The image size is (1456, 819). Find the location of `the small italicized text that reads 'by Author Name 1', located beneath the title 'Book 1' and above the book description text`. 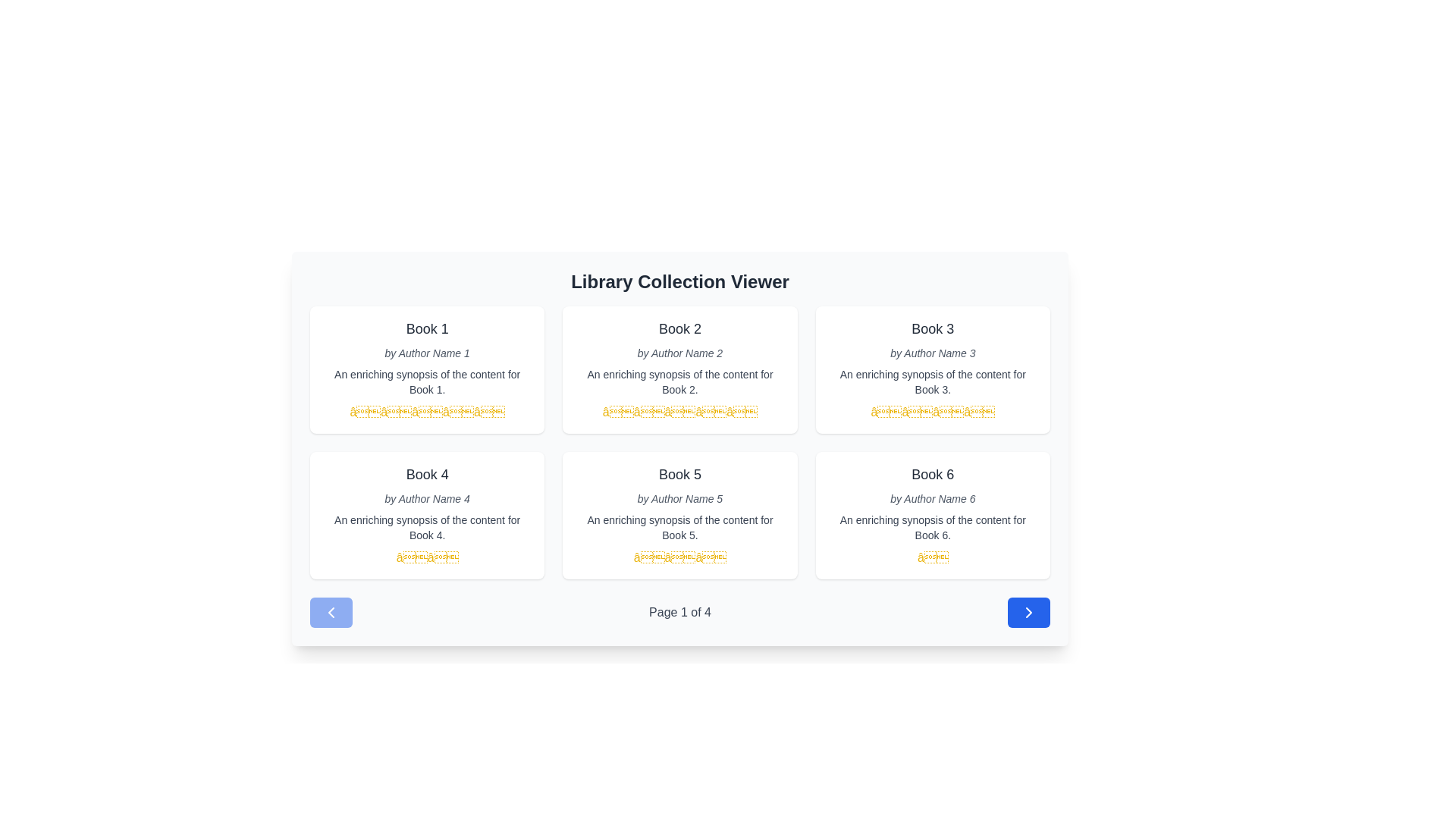

the small italicized text that reads 'by Author Name 1', located beneath the title 'Book 1' and above the book description text is located at coordinates (426, 353).